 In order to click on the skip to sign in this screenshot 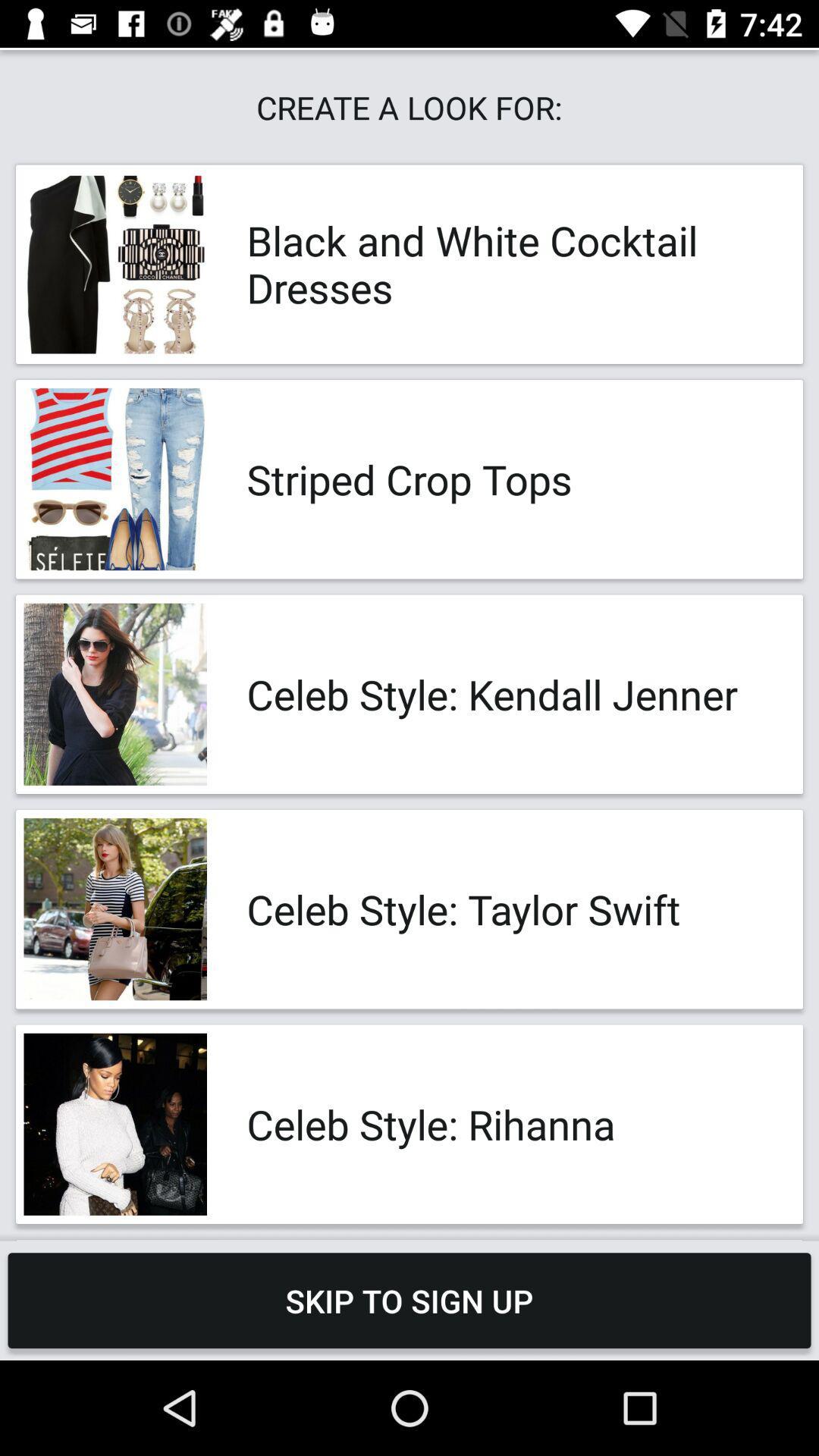, I will do `click(409, 1300)`.